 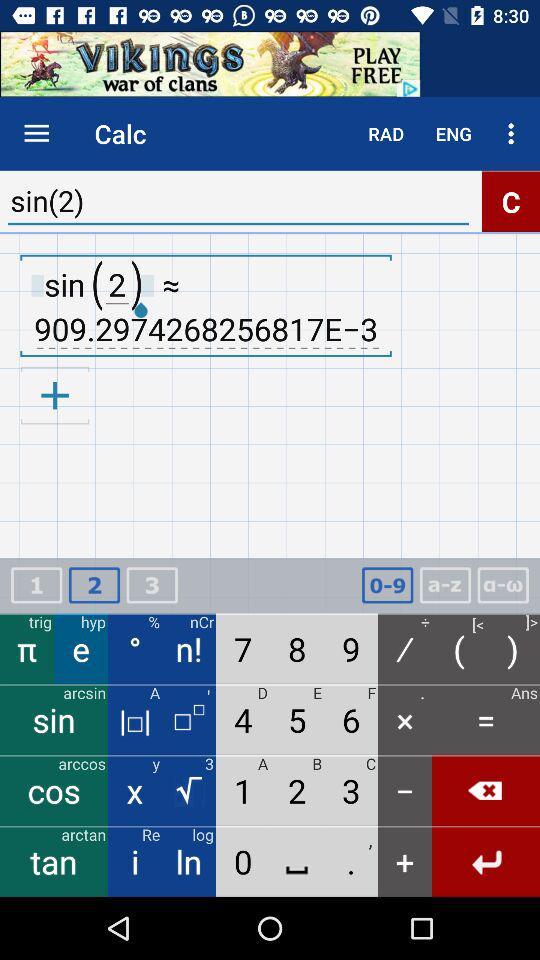 I want to click on calculator box, so click(x=502, y=585).